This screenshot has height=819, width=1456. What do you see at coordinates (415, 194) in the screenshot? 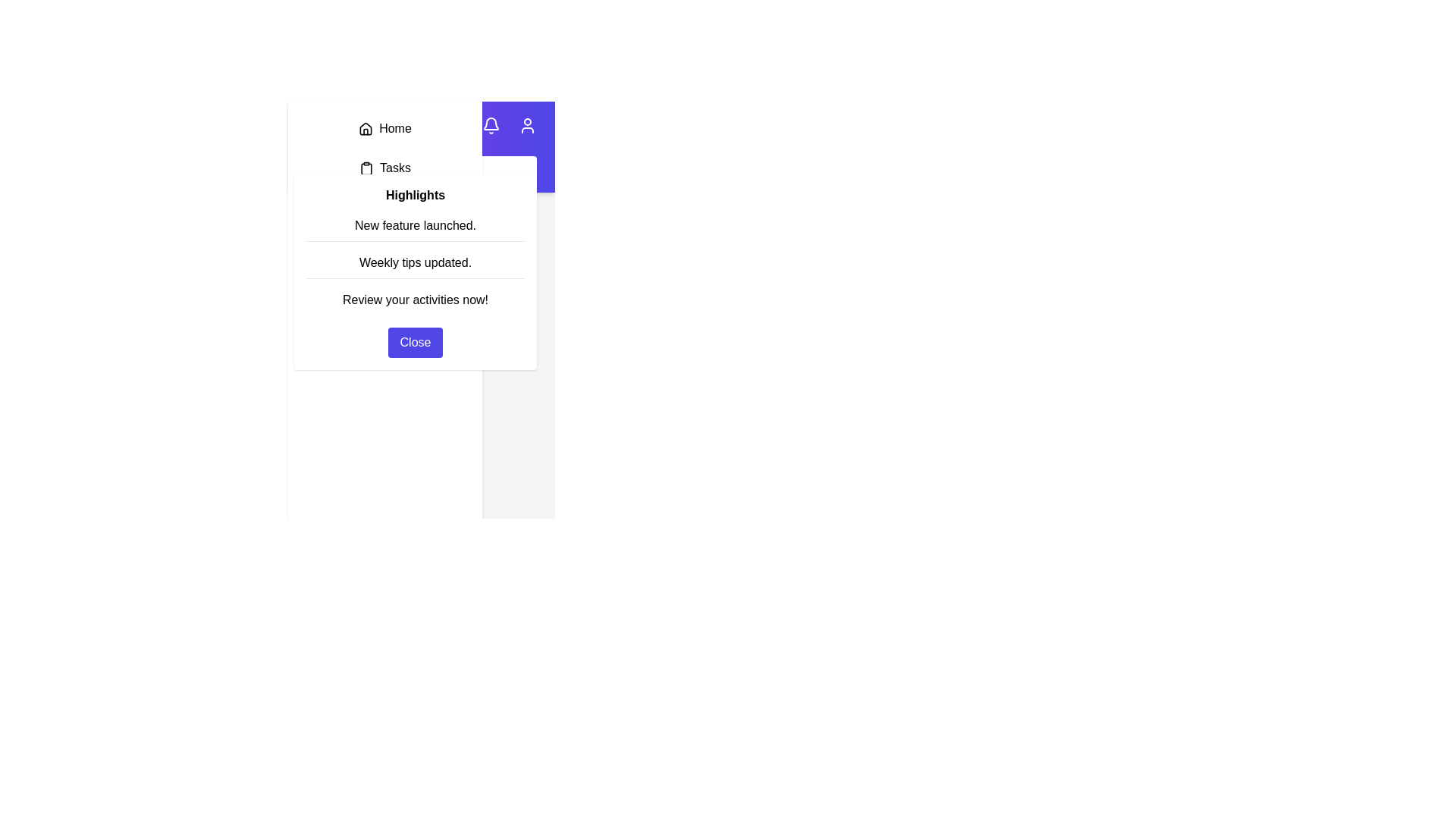
I see `the text label displaying 'Highlights', which is styled with a bold font and is center-aligned in a notification popup window` at bounding box center [415, 194].